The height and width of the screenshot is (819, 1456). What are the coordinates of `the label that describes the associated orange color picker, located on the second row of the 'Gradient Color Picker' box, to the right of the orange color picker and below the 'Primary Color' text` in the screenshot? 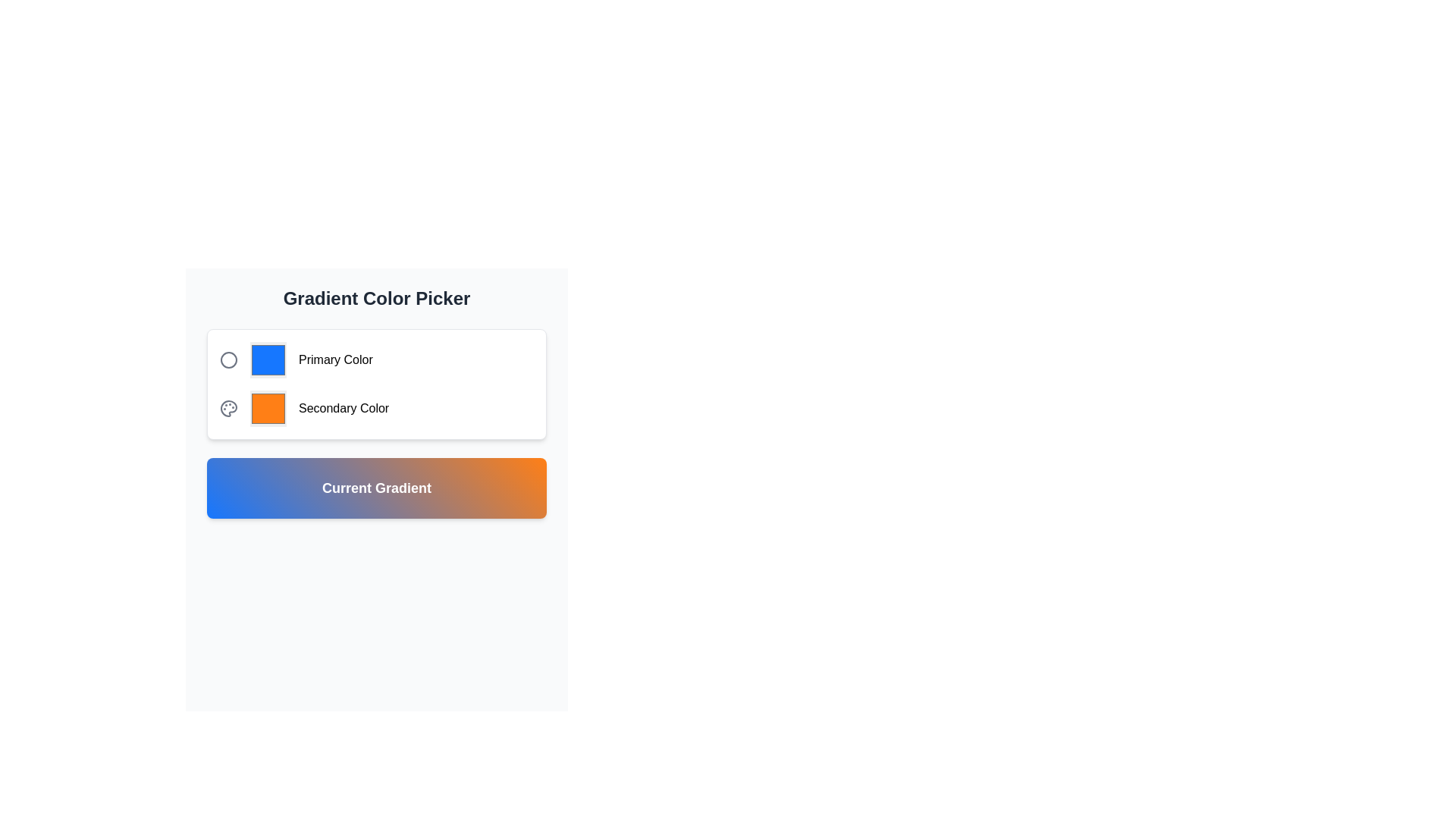 It's located at (343, 408).